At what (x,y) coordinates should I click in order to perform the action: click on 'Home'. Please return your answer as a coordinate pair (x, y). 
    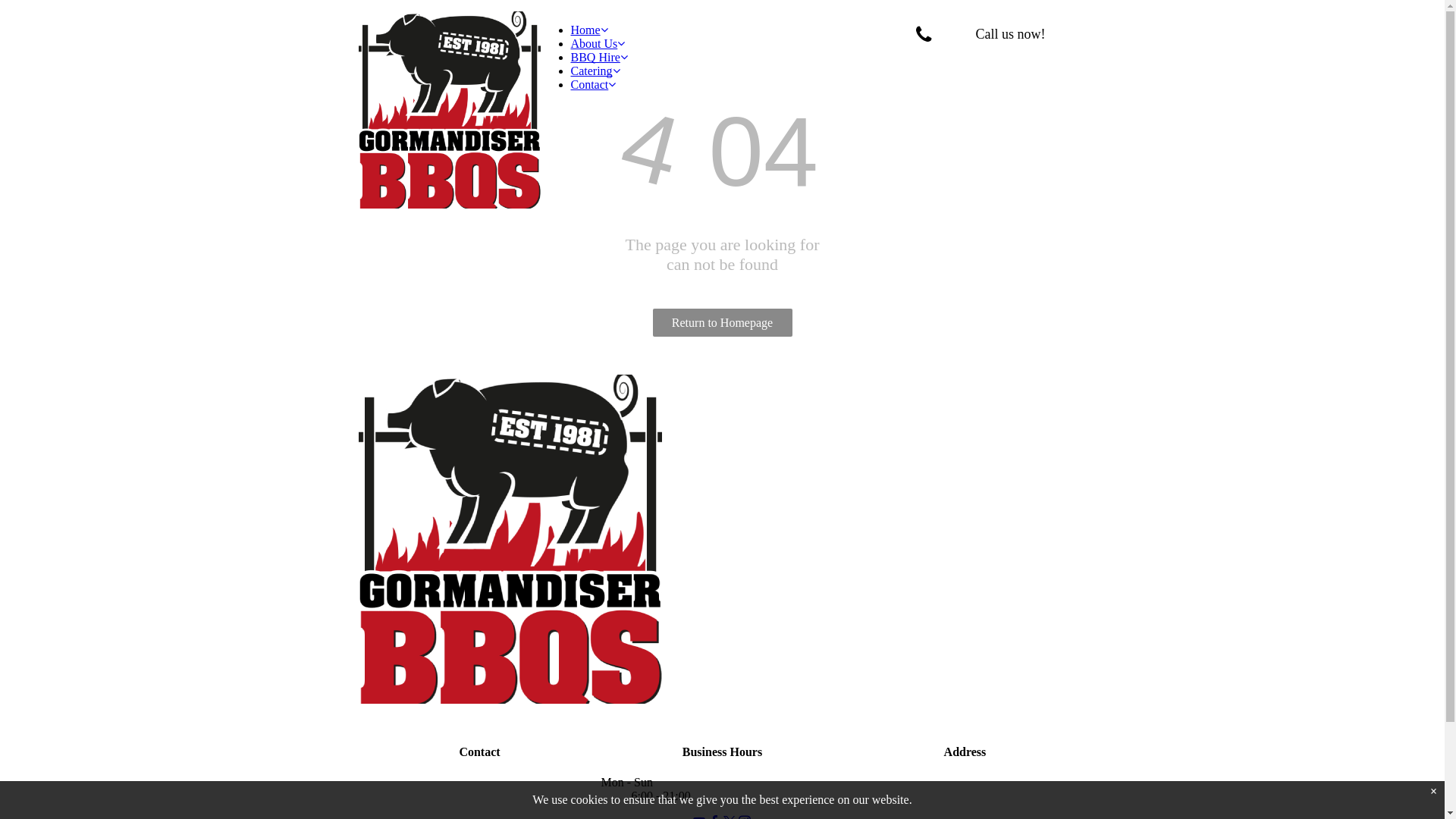
    Looking at the image, I should click on (588, 30).